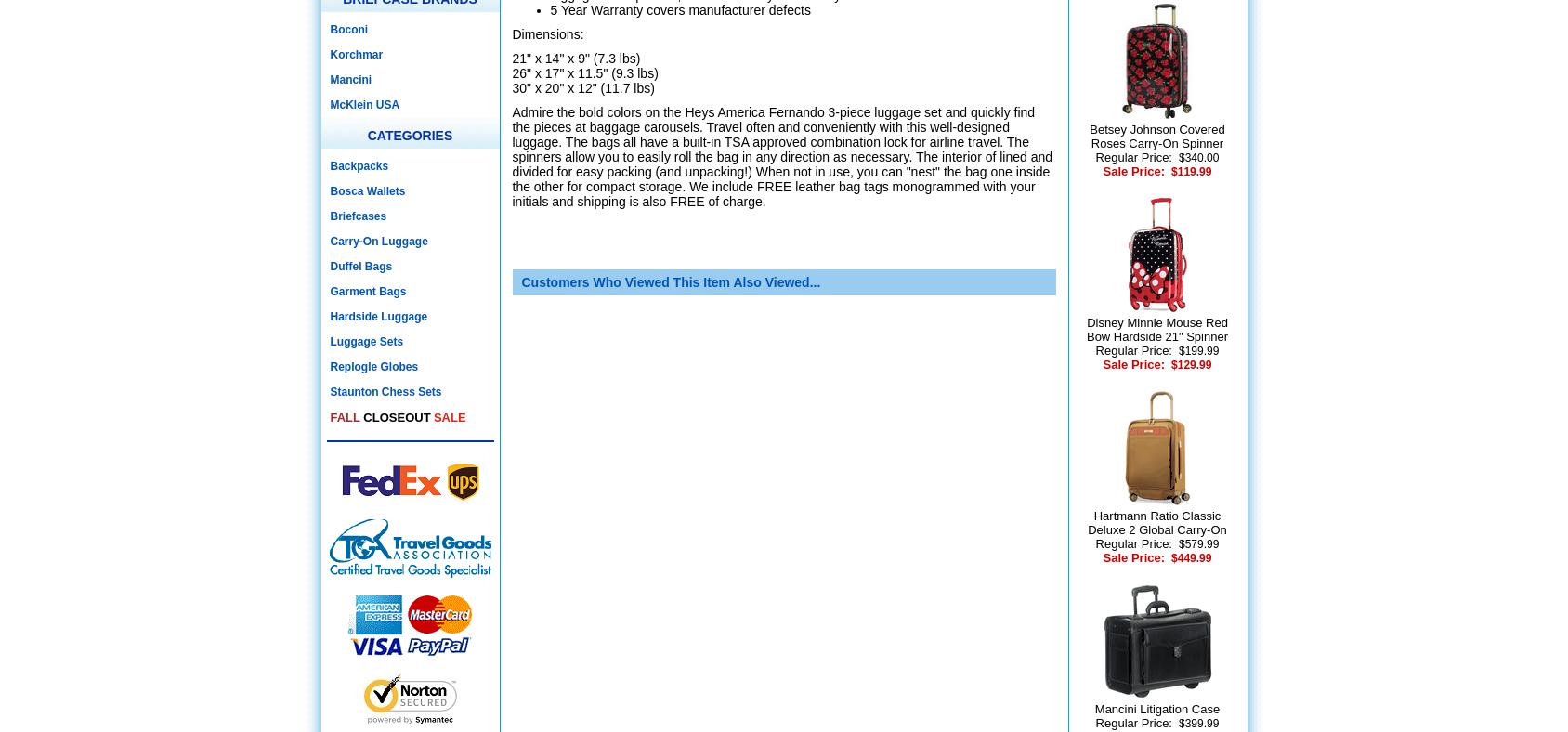 The height and width of the screenshot is (732, 1568). I want to click on 'Bosca Wallets', so click(367, 190).